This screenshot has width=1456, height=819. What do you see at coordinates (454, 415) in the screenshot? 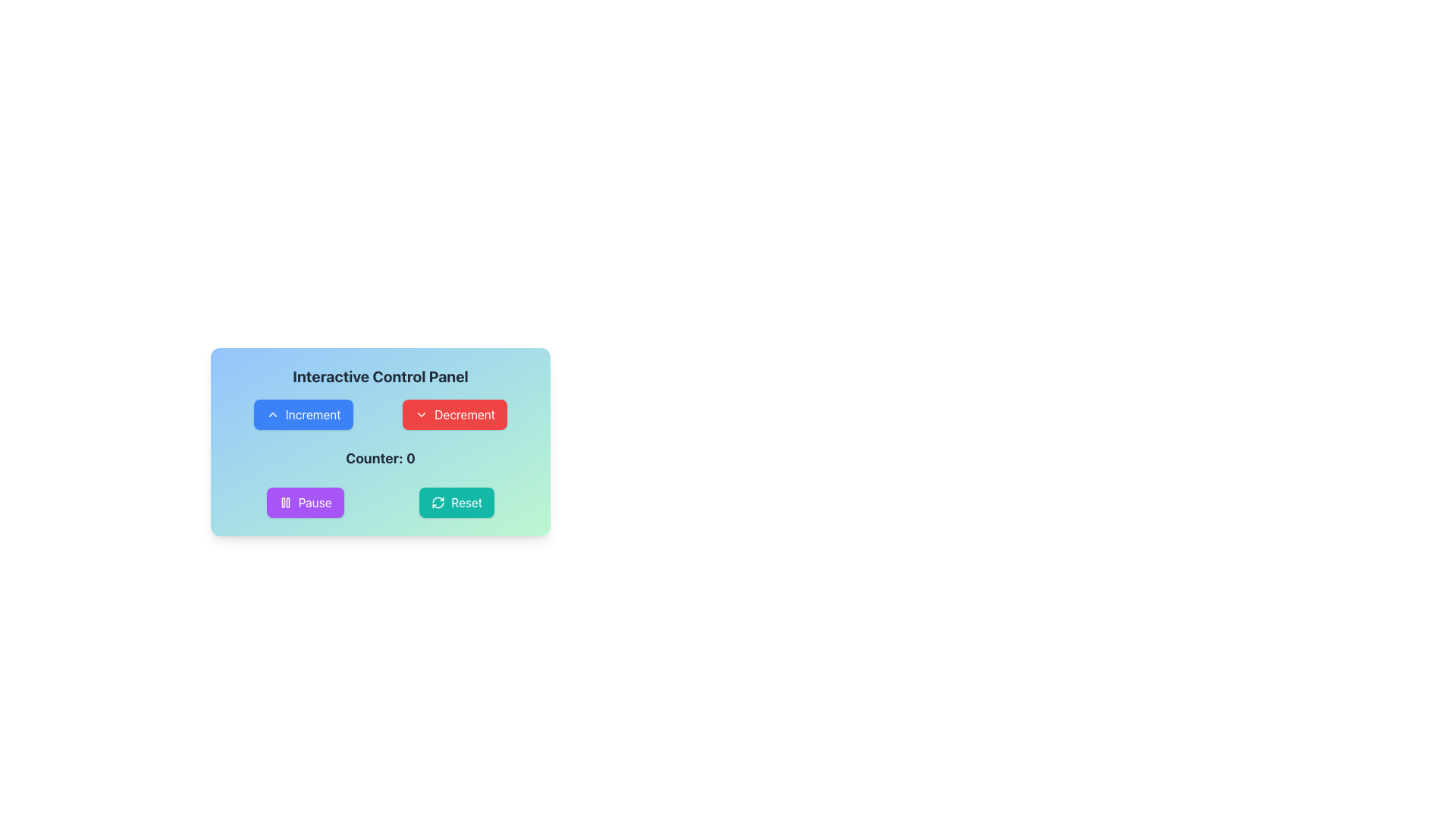
I see `the second button in a horizontal arrangement that decreases the counter value in the control panel, located to the right of the blue 'Increment' button` at bounding box center [454, 415].